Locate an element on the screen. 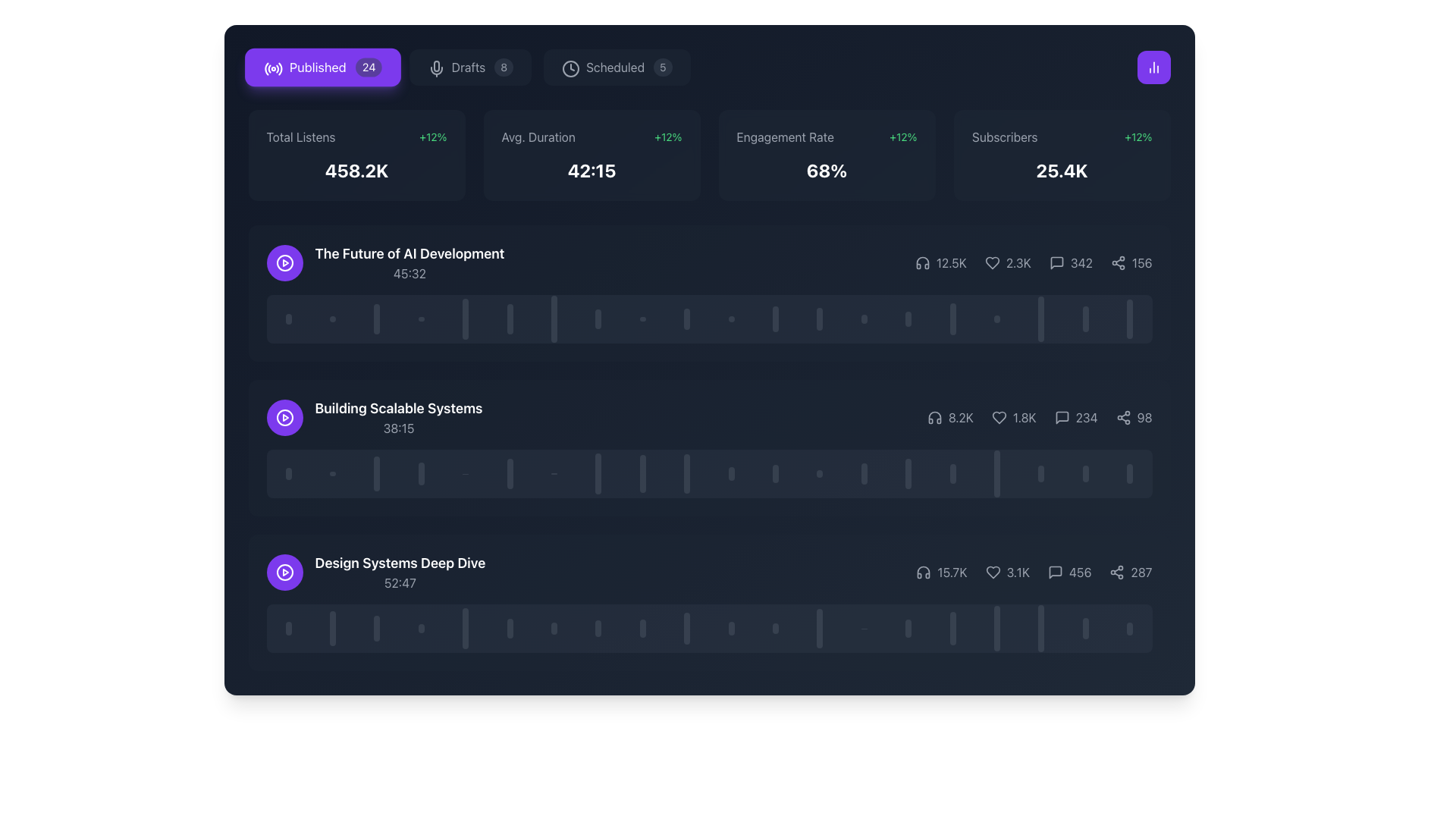  the Text cluster displaying 'Design Systems Deep Dive' and '52:47', which is the third entry in a vertical list of items is located at coordinates (400, 573).